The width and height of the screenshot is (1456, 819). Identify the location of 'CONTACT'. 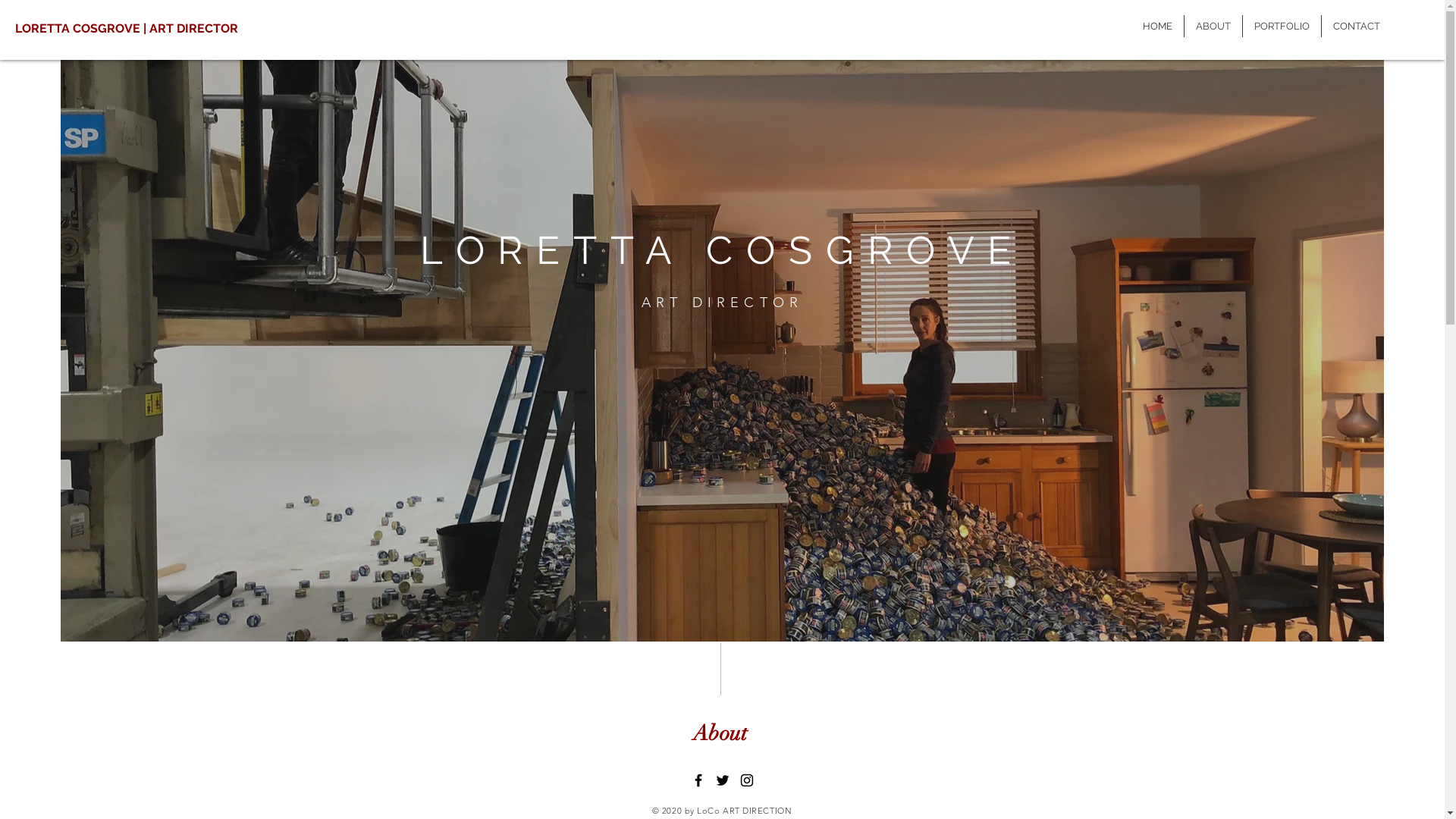
(1357, 26).